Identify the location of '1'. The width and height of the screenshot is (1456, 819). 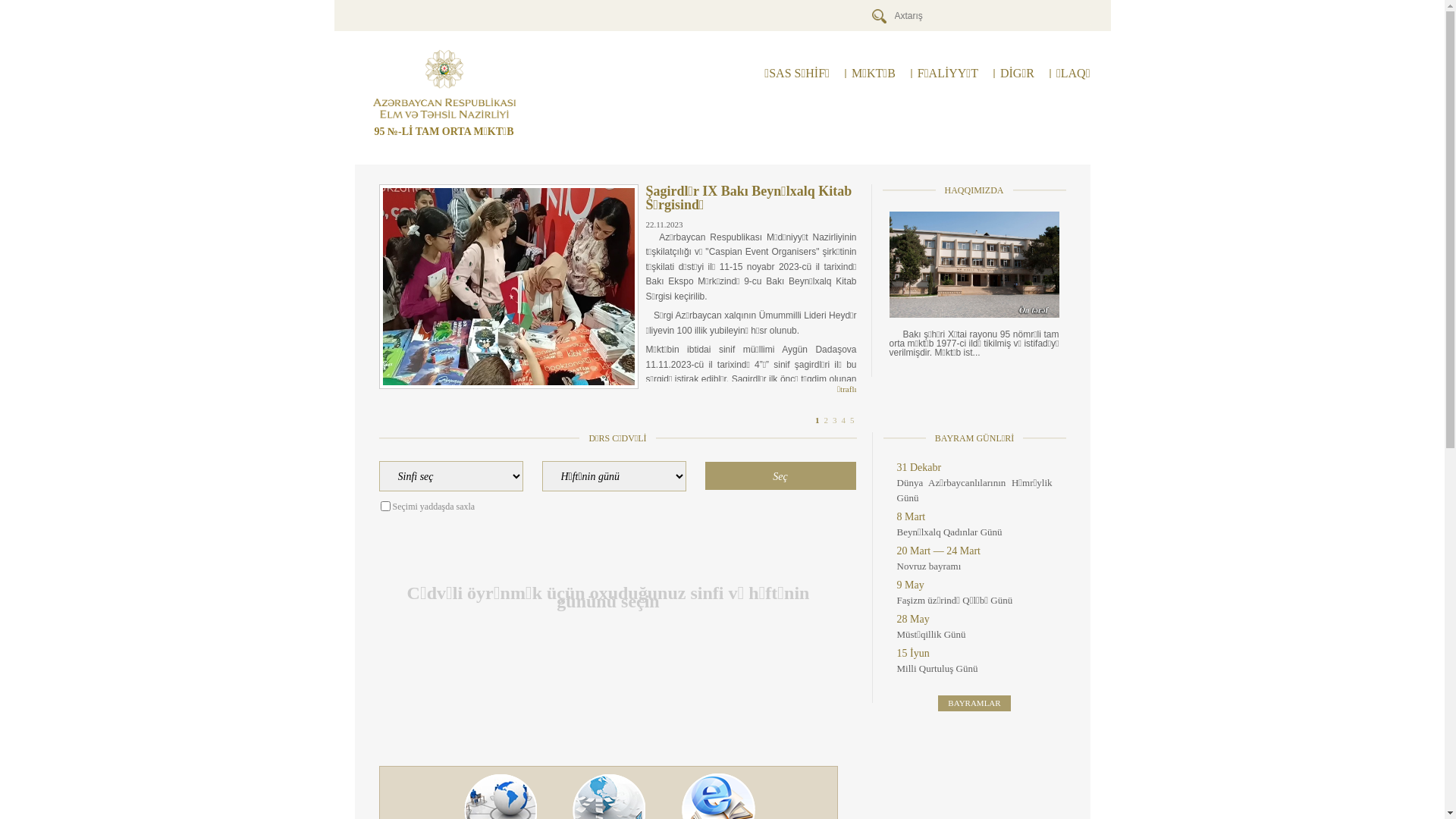
(814, 420).